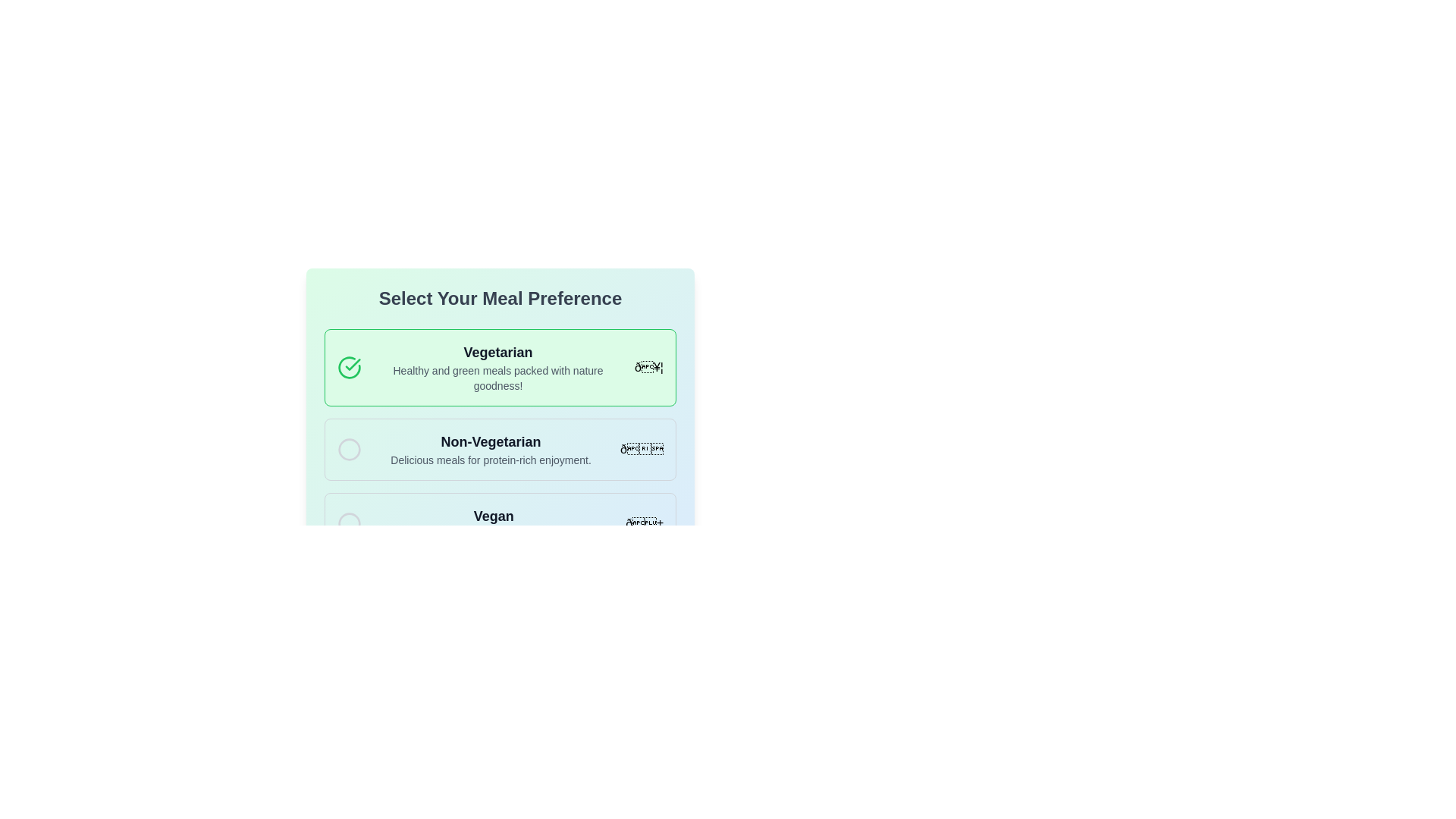 The height and width of the screenshot is (819, 1456). What do you see at coordinates (352, 365) in the screenshot?
I see `the graphic representation of the green checkmark glyph inside the circular icon next to the 'Vegetarian' meal selection option` at bounding box center [352, 365].